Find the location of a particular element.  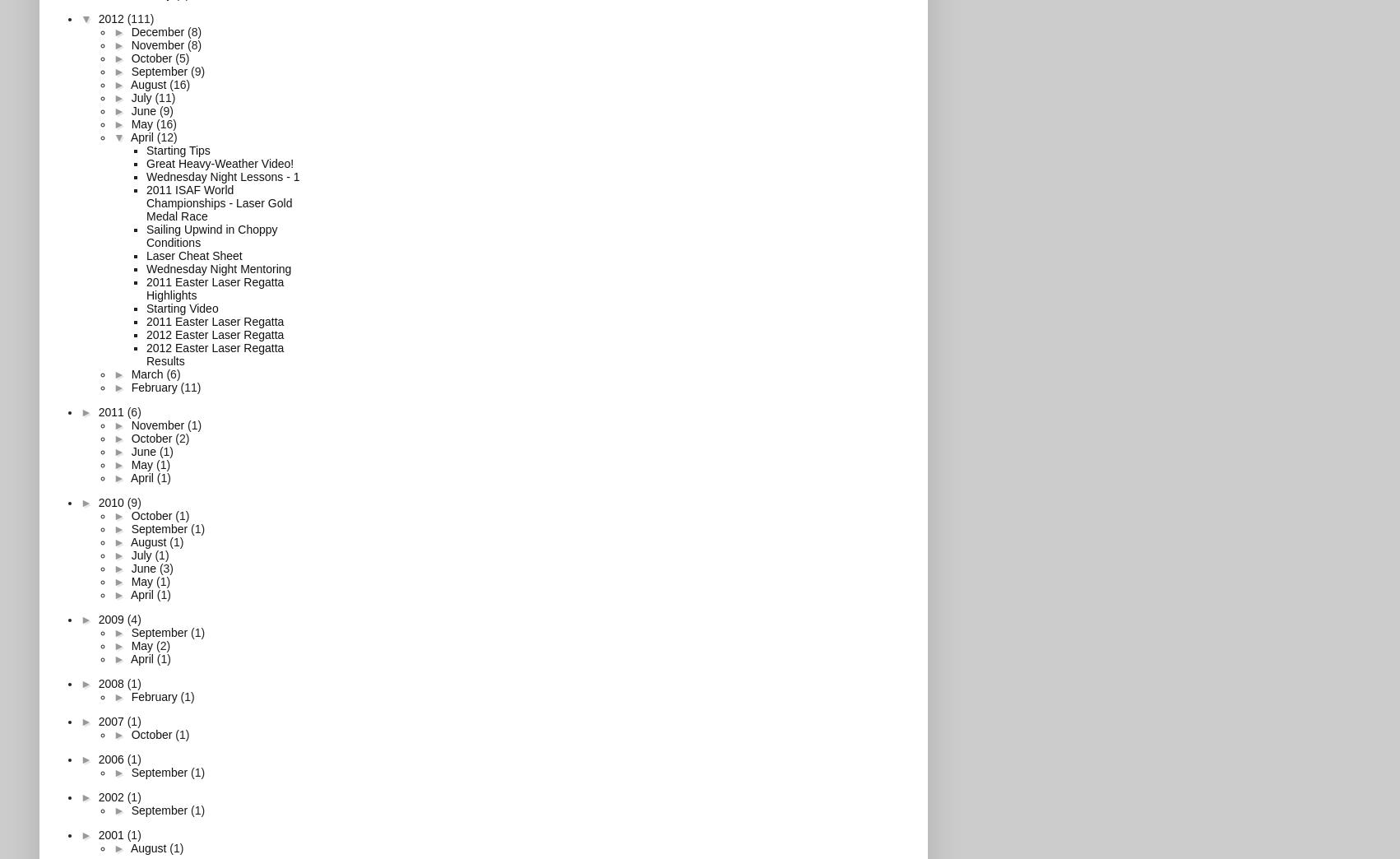

'2009' is located at coordinates (112, 618).